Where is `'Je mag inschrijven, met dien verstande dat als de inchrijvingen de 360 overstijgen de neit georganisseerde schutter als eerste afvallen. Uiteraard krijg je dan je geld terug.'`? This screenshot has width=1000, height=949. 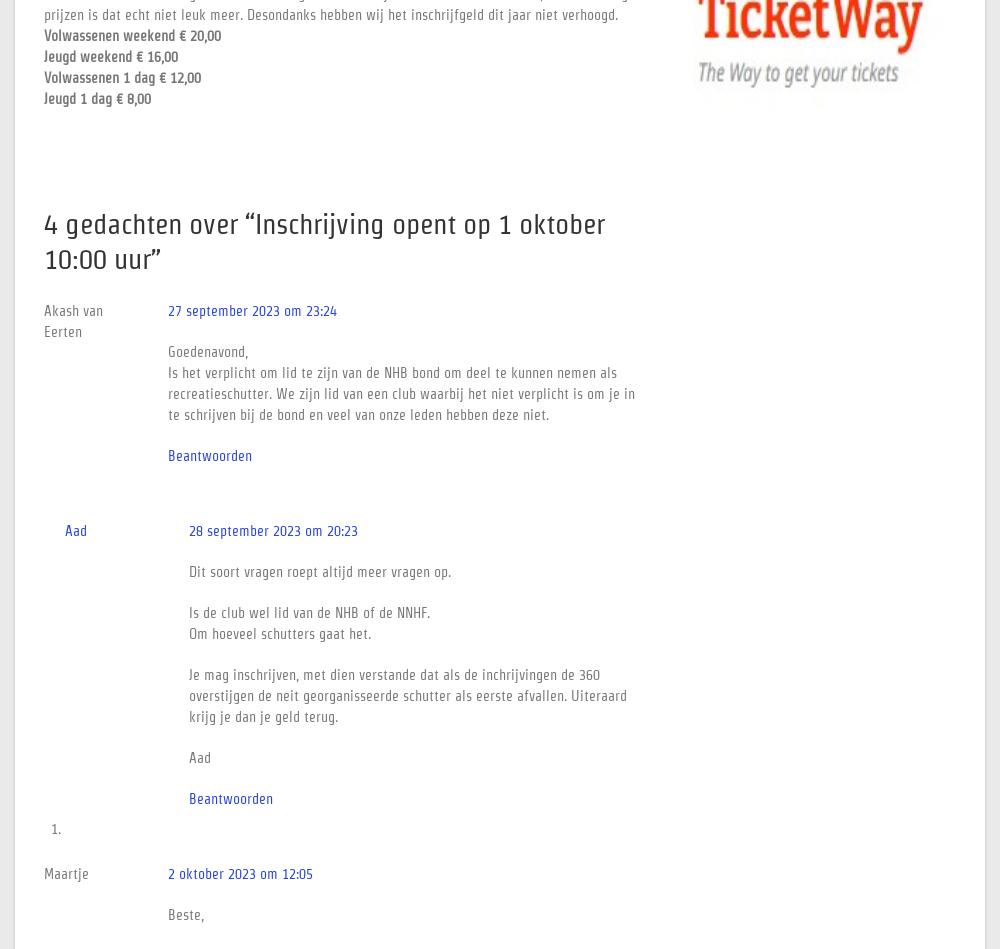 'Je mag inschrijven, met dien verstande dat als de inchrijvingen de 360 overstijgen de neit georganisseerde schutter als eerste afvallen. Uiteraard krijg je dan je geld terug.' is located at coordinates (408, 695).